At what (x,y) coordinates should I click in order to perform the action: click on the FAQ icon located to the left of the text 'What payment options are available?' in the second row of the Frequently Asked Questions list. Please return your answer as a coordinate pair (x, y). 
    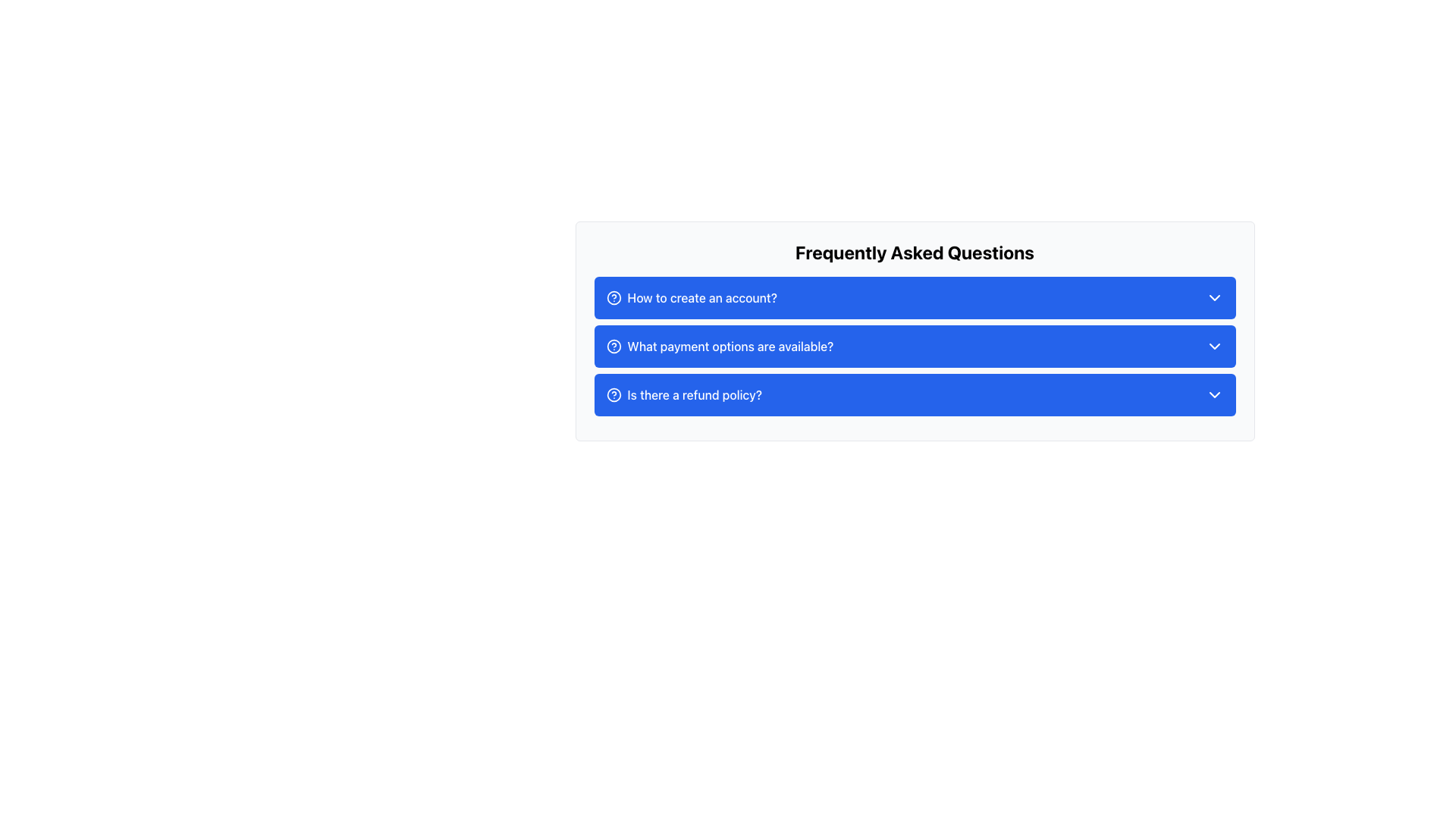
    Looking at the image, I should click on (613, 346).